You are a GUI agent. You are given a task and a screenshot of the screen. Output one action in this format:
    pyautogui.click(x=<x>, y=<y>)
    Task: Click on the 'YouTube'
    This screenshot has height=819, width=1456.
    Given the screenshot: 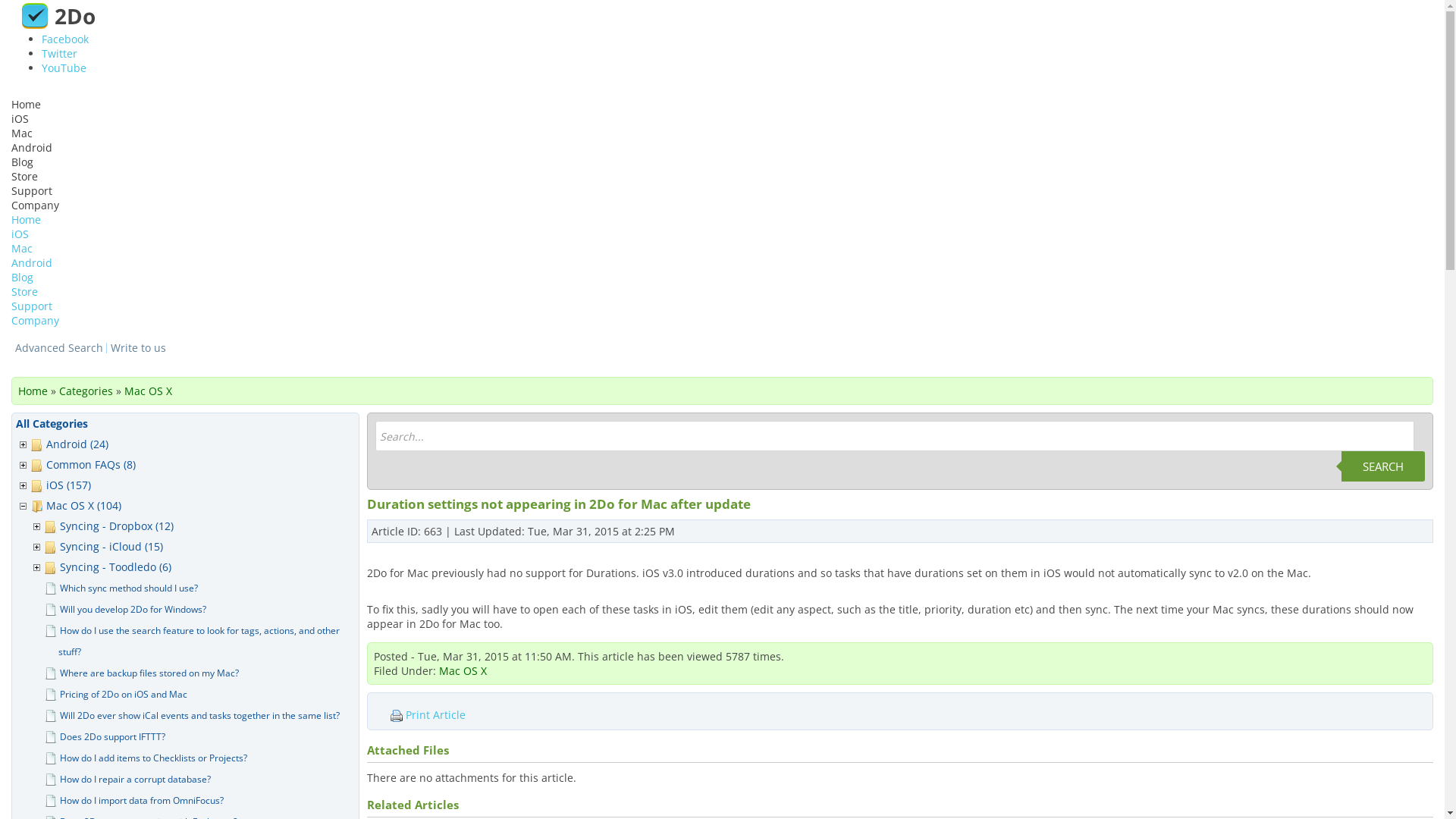 What is the action you would take?
    pyautogui.click(x=41, y=67)
    